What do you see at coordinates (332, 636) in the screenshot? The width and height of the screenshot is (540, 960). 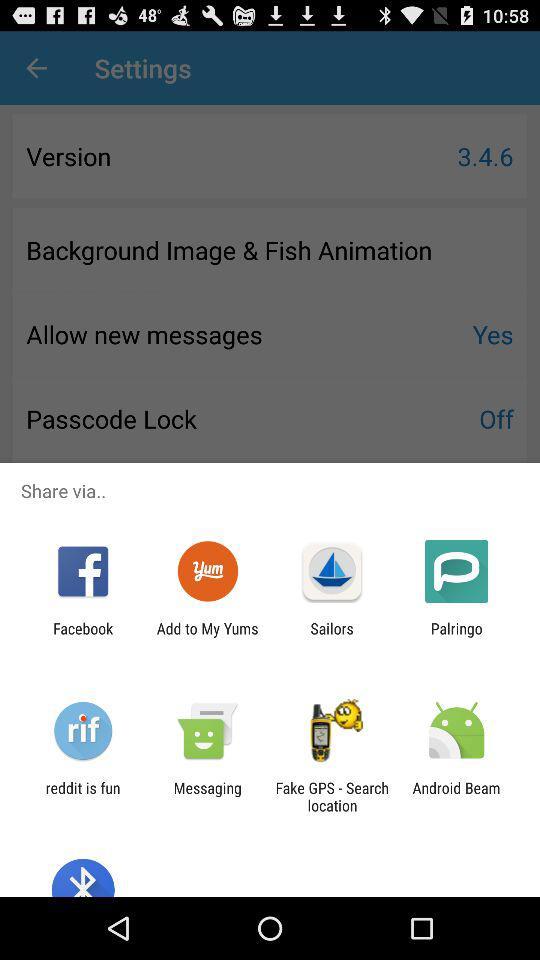 I see `the app next to the palringo item` at bounding box center [332, 636].